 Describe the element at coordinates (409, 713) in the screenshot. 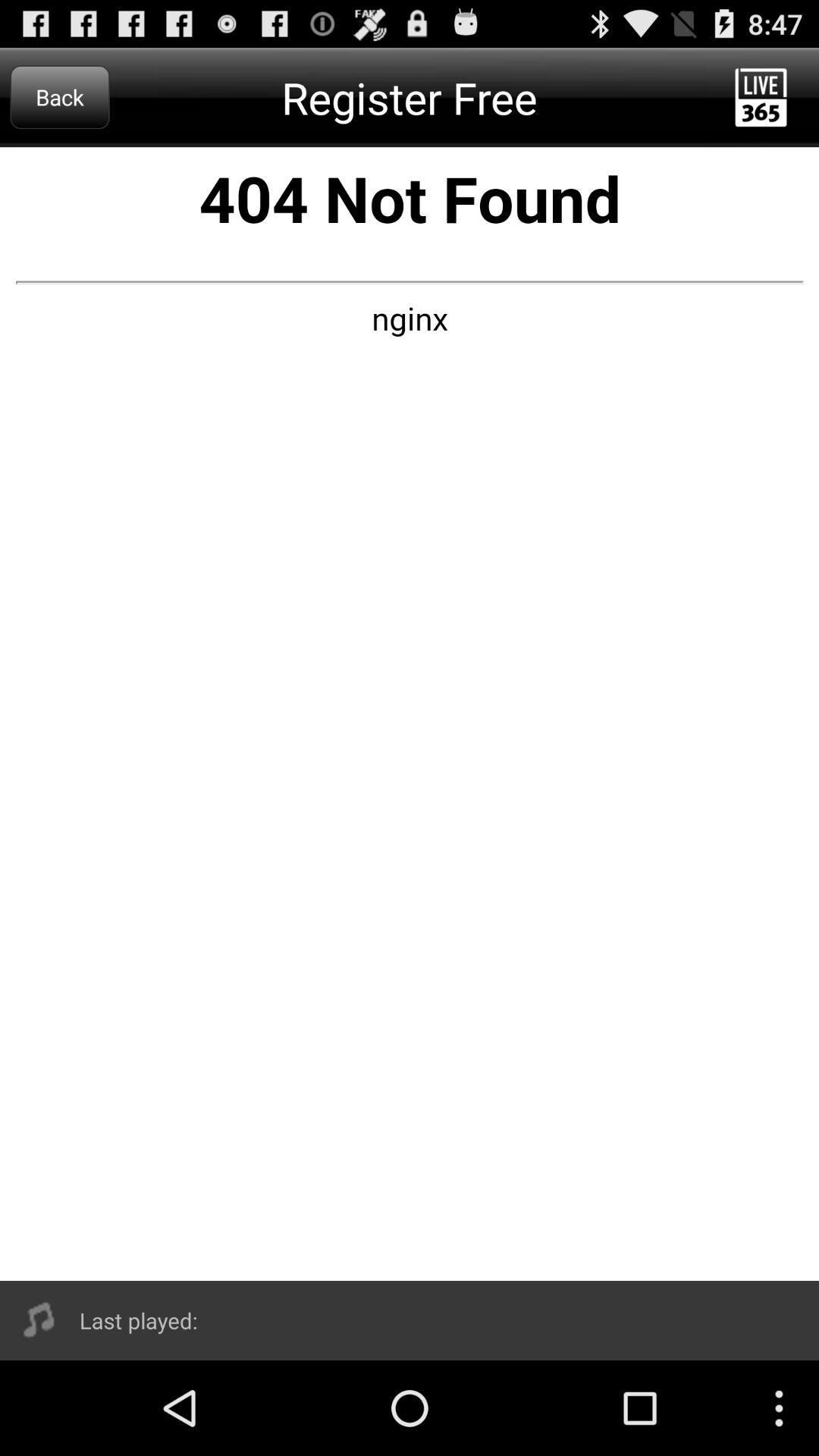

I see `advertisememt` at that location.